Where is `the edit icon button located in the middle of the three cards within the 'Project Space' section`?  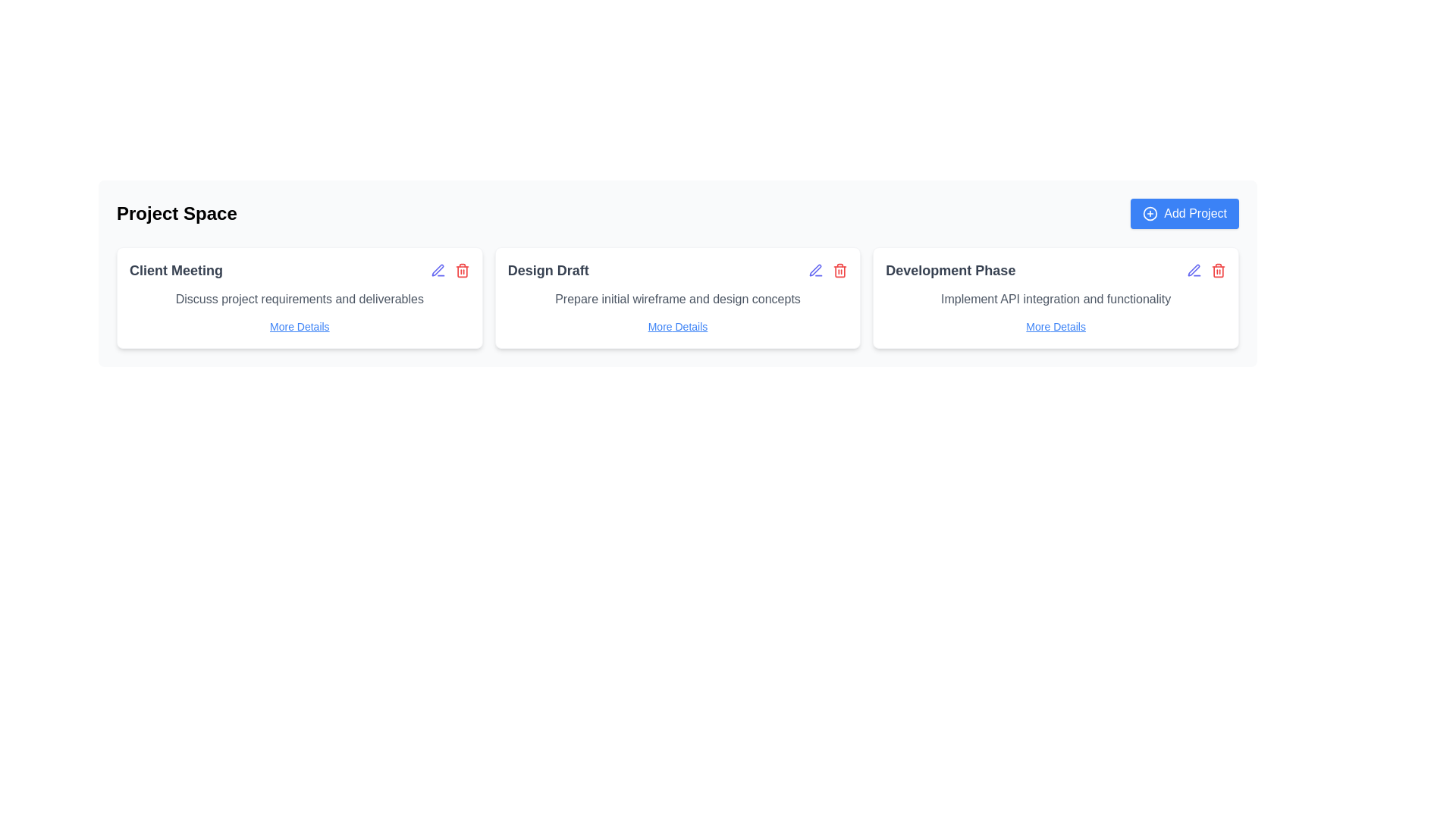
the edit icon button located in the middle of the three cards within the 'Project Space' section is located at coordinates (815, 270).